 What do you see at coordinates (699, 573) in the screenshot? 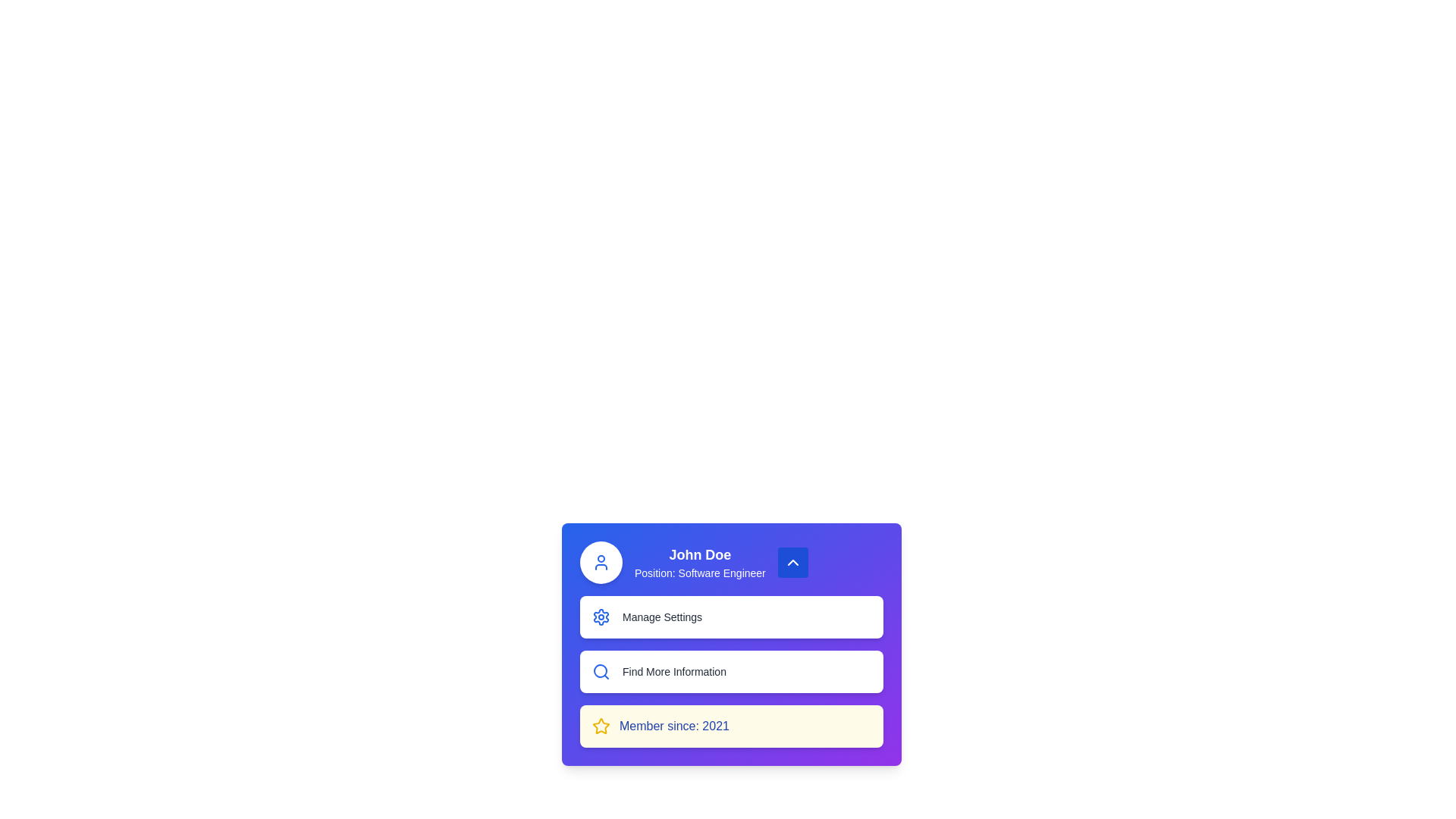
I see `the non-interactive text label providing additional information about the user's occupation, located directly beneath the 'John Doe' text` at bounding box center [699, 573].